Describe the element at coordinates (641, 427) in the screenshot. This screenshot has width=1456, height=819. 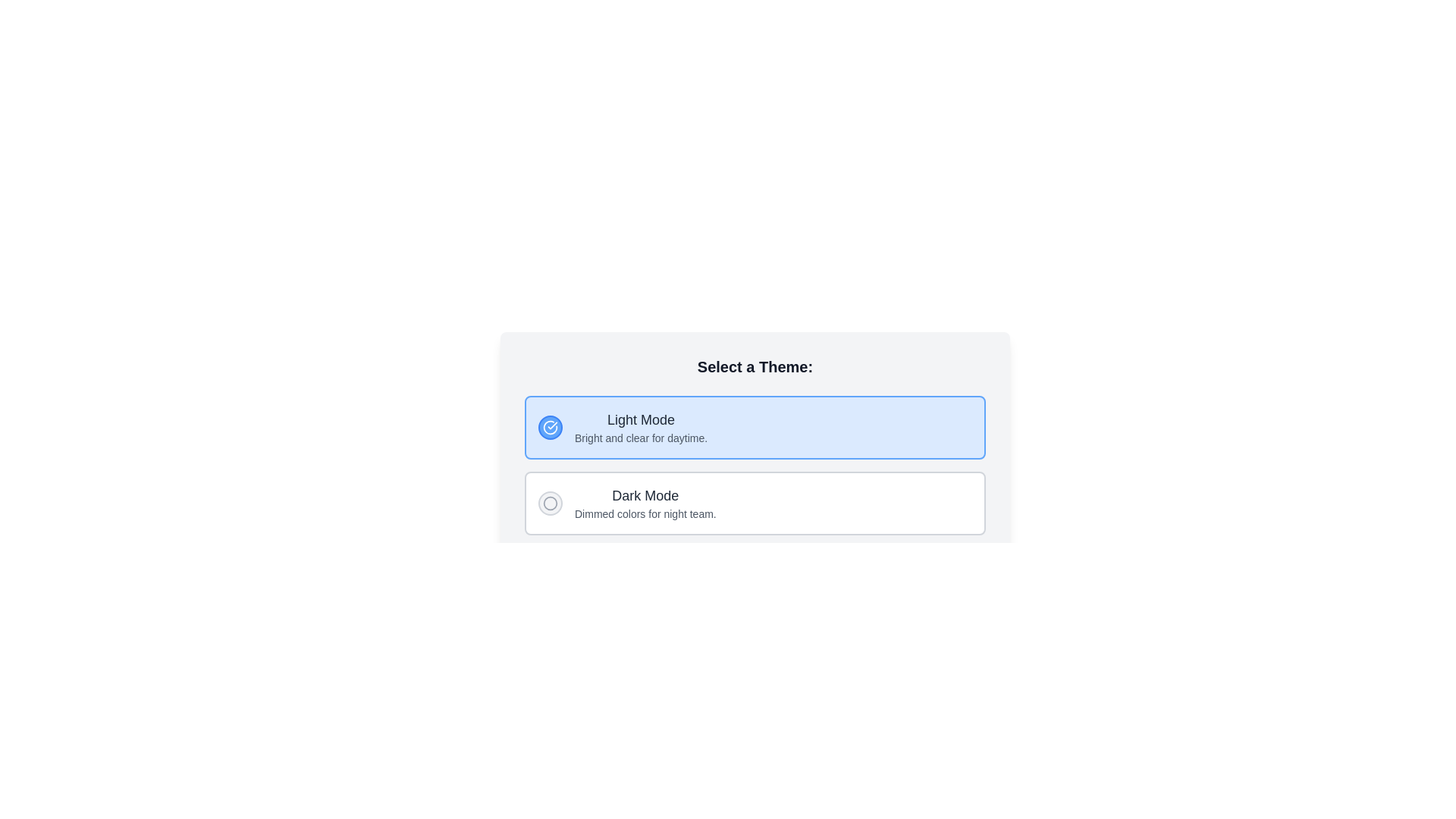
I see `the Text Label Group that serves as a title and description for the 'Light Mode' selection option, which is positioned under the 'Select a Theme' heading above the 'Dark Mode' option` at that location.